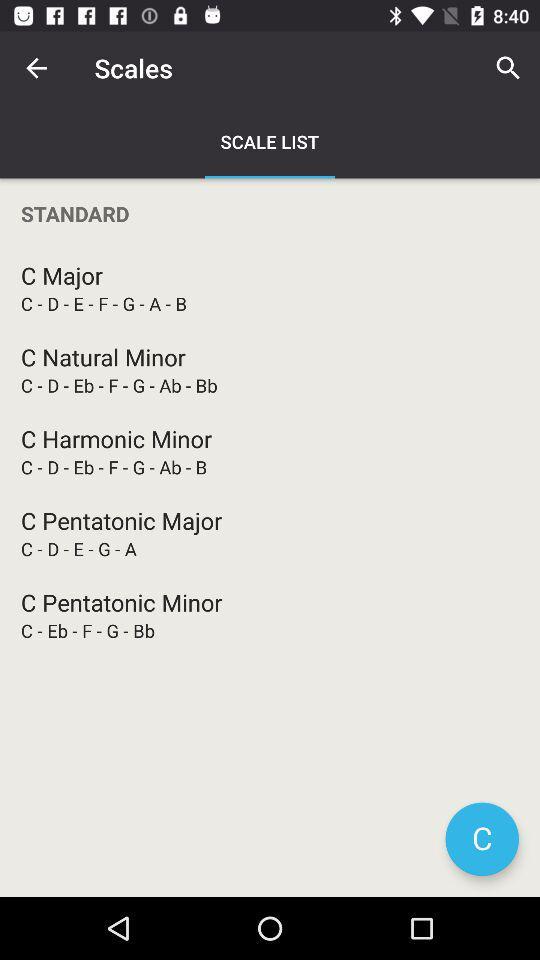 Image resolution: width=540 pixels, height=960 pixels. I want to click on the item to the right of scales item, so click(508, 68).